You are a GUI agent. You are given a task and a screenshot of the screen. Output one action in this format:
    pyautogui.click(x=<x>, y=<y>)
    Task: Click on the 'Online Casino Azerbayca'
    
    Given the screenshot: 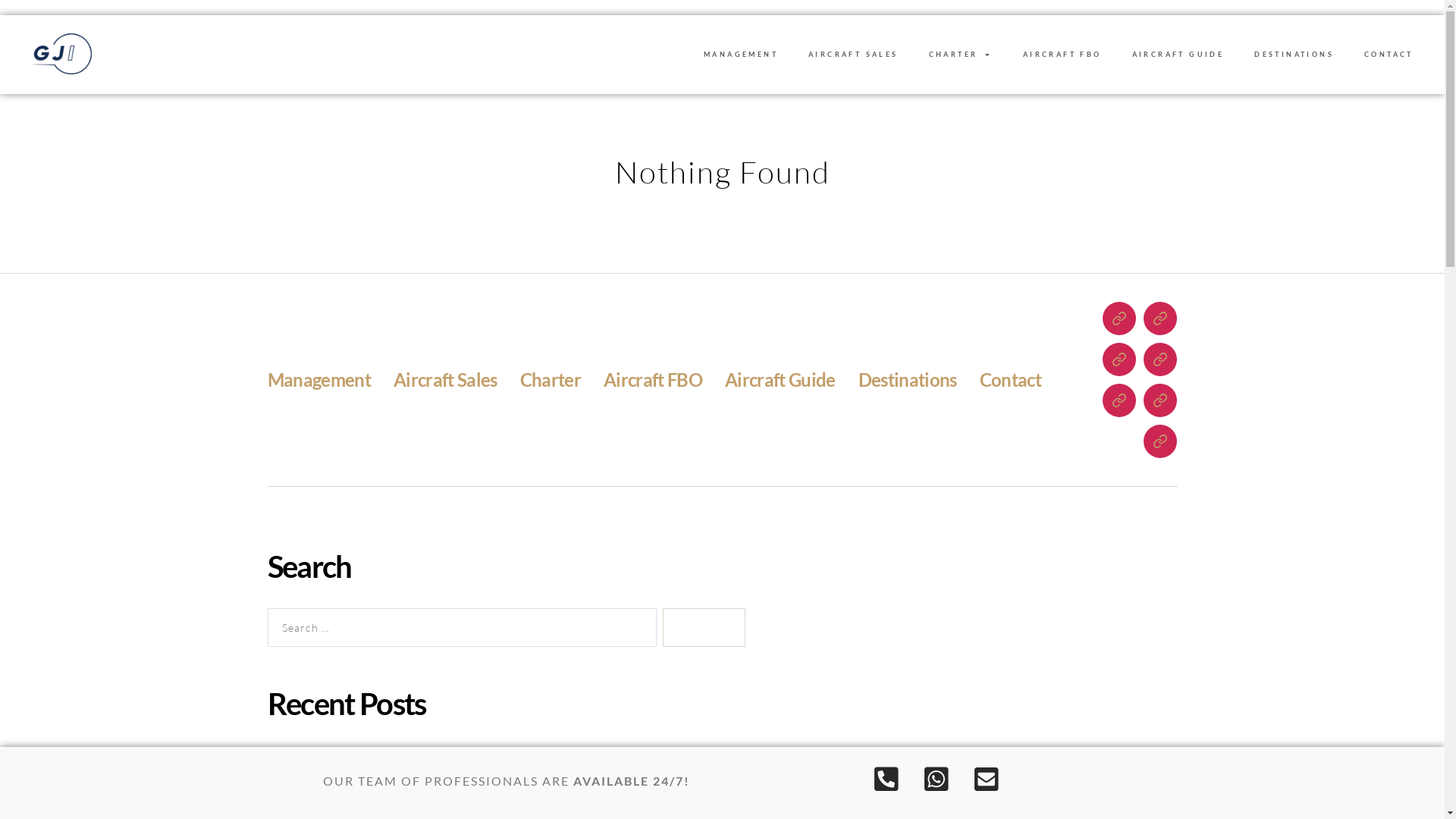 What is the action you would take?
    pyautogui.click(x=367, y=757)
    